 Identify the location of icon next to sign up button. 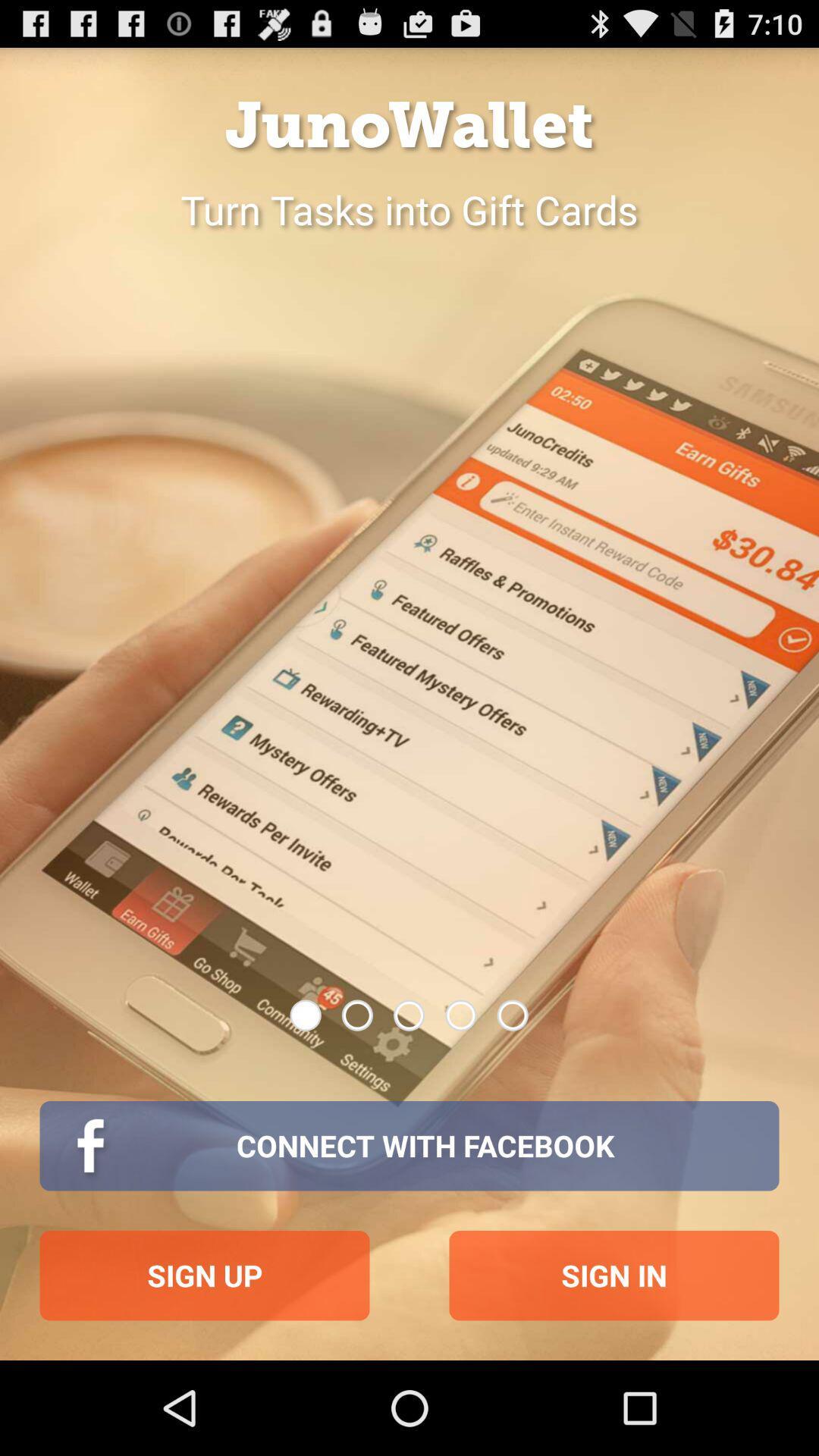
(614, 1275).